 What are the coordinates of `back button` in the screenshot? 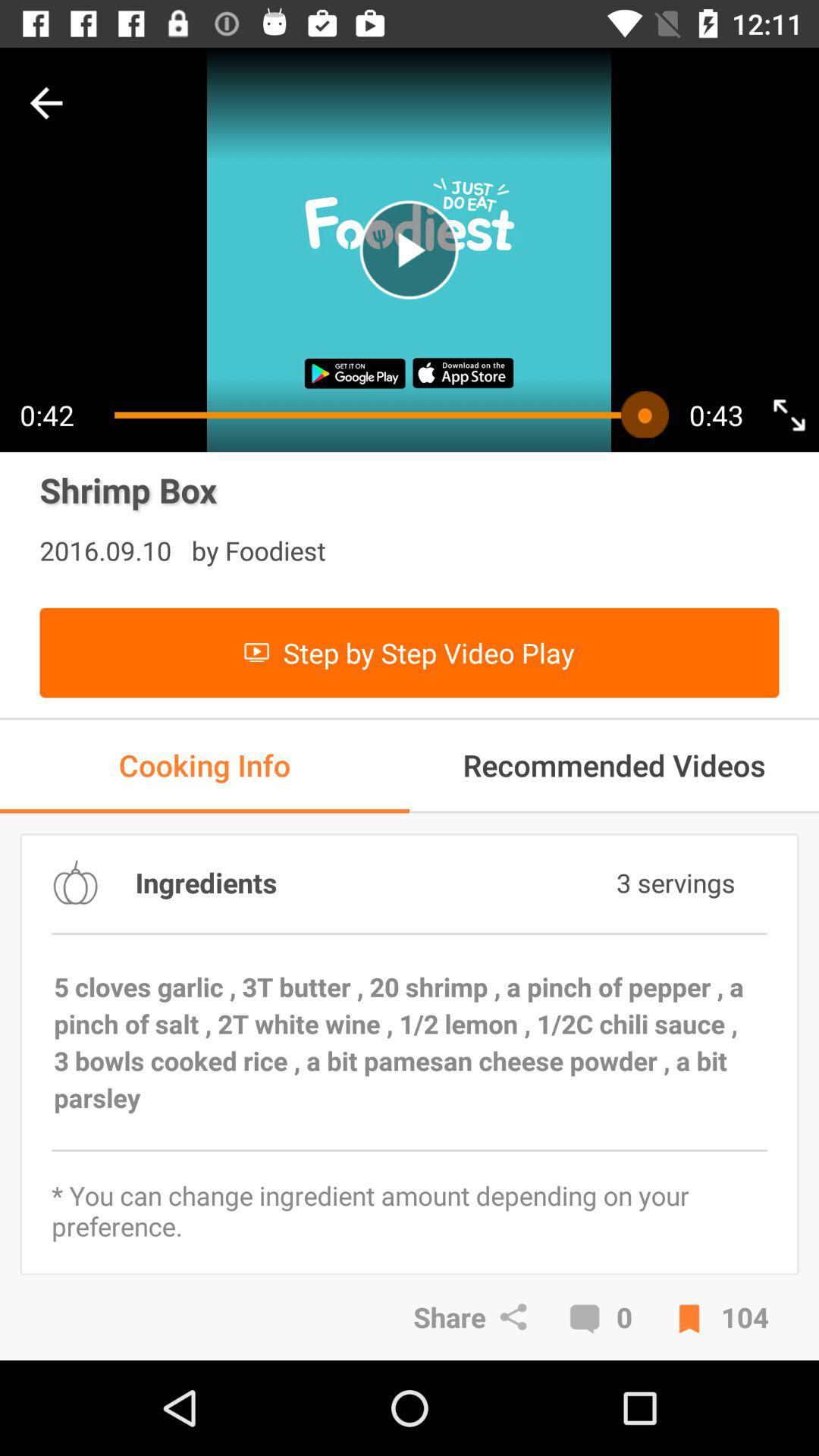 It's located at (45, 102).